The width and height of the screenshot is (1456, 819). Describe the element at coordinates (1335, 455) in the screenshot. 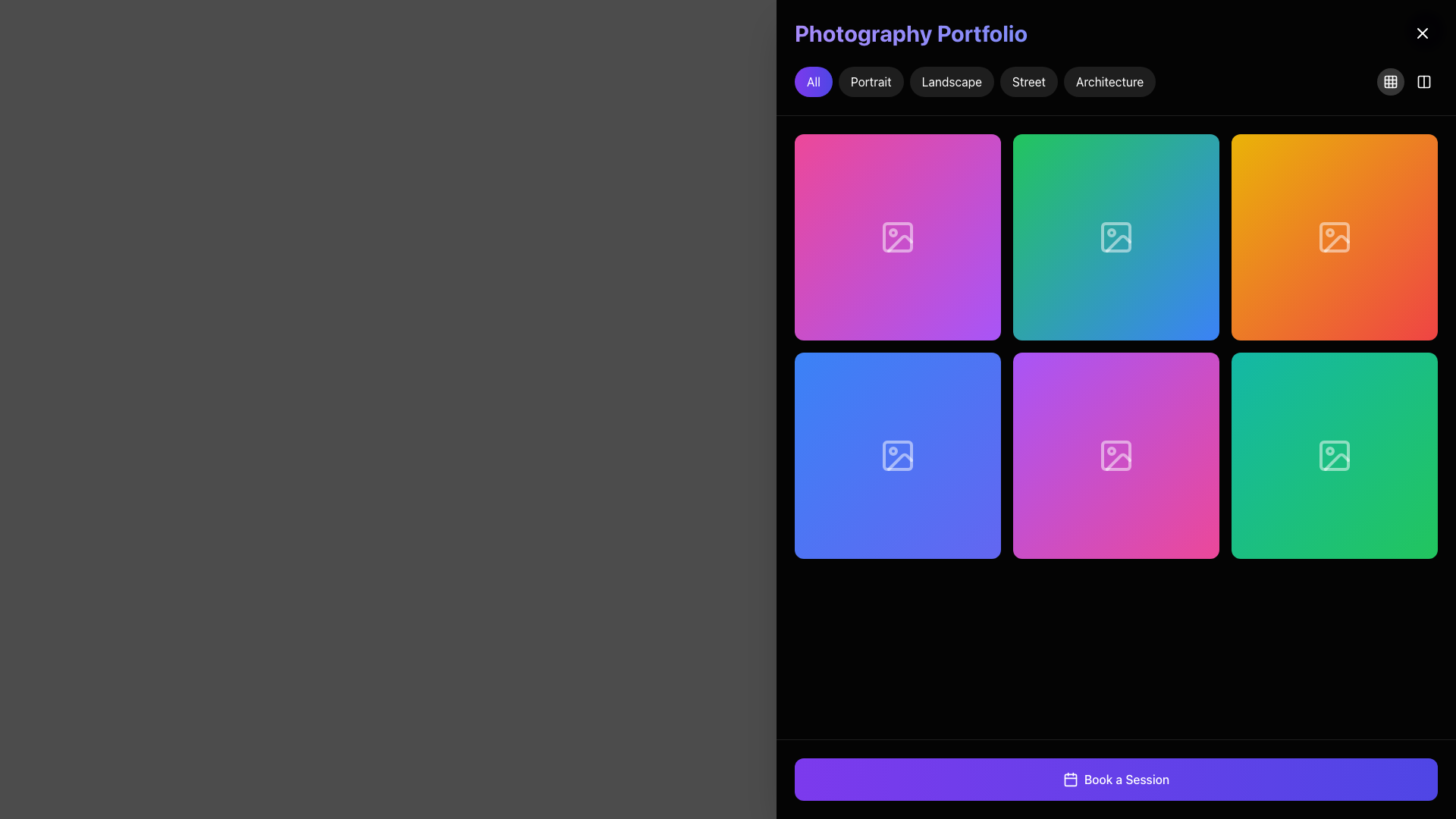

I see `the Share icon within the circular button located at the top-right corner of the interface` at that location.